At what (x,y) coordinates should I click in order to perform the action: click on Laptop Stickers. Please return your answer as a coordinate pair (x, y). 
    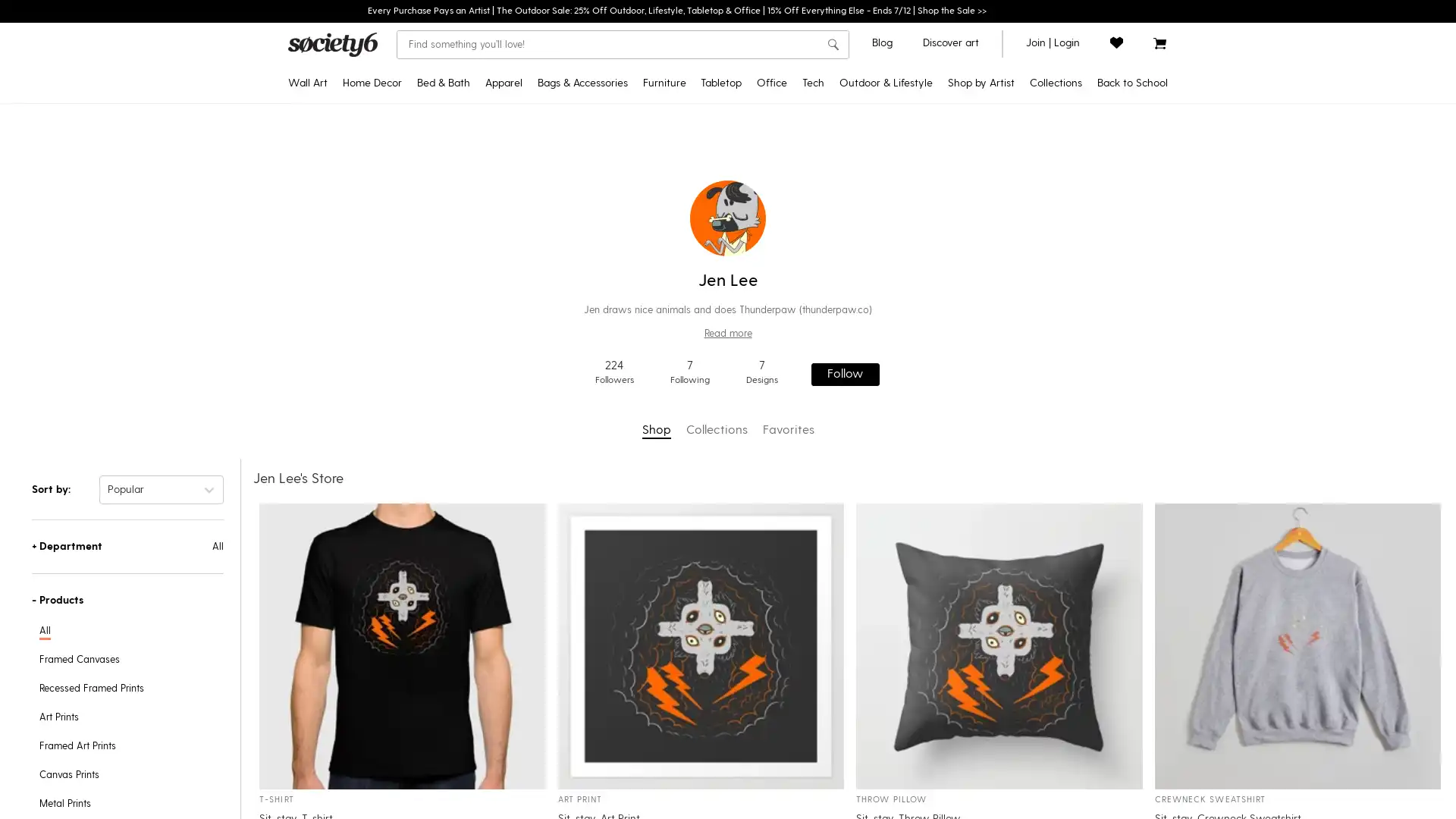
    Looking at the image, I should click on (867, 341).